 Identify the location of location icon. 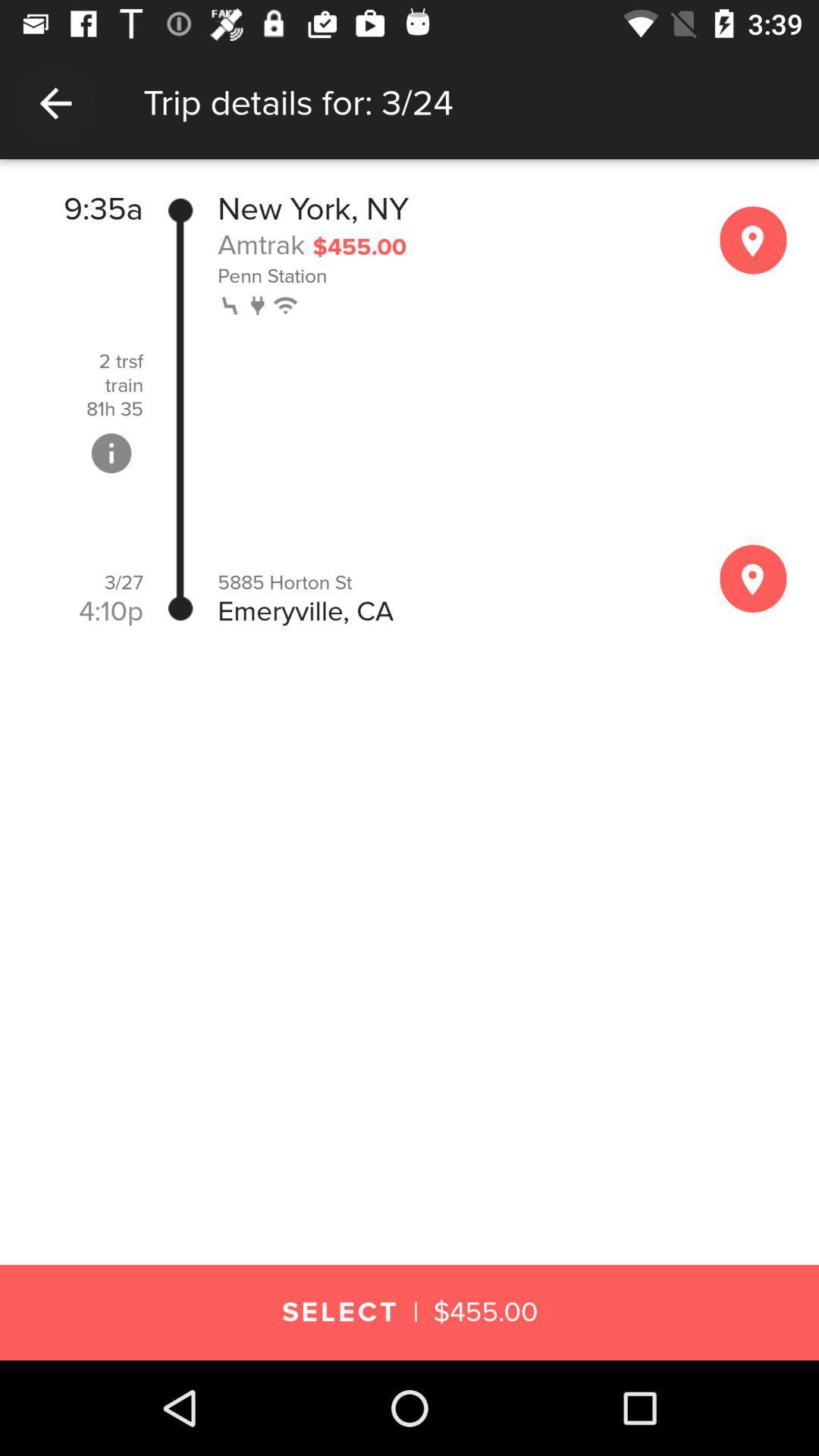
(753, 239).